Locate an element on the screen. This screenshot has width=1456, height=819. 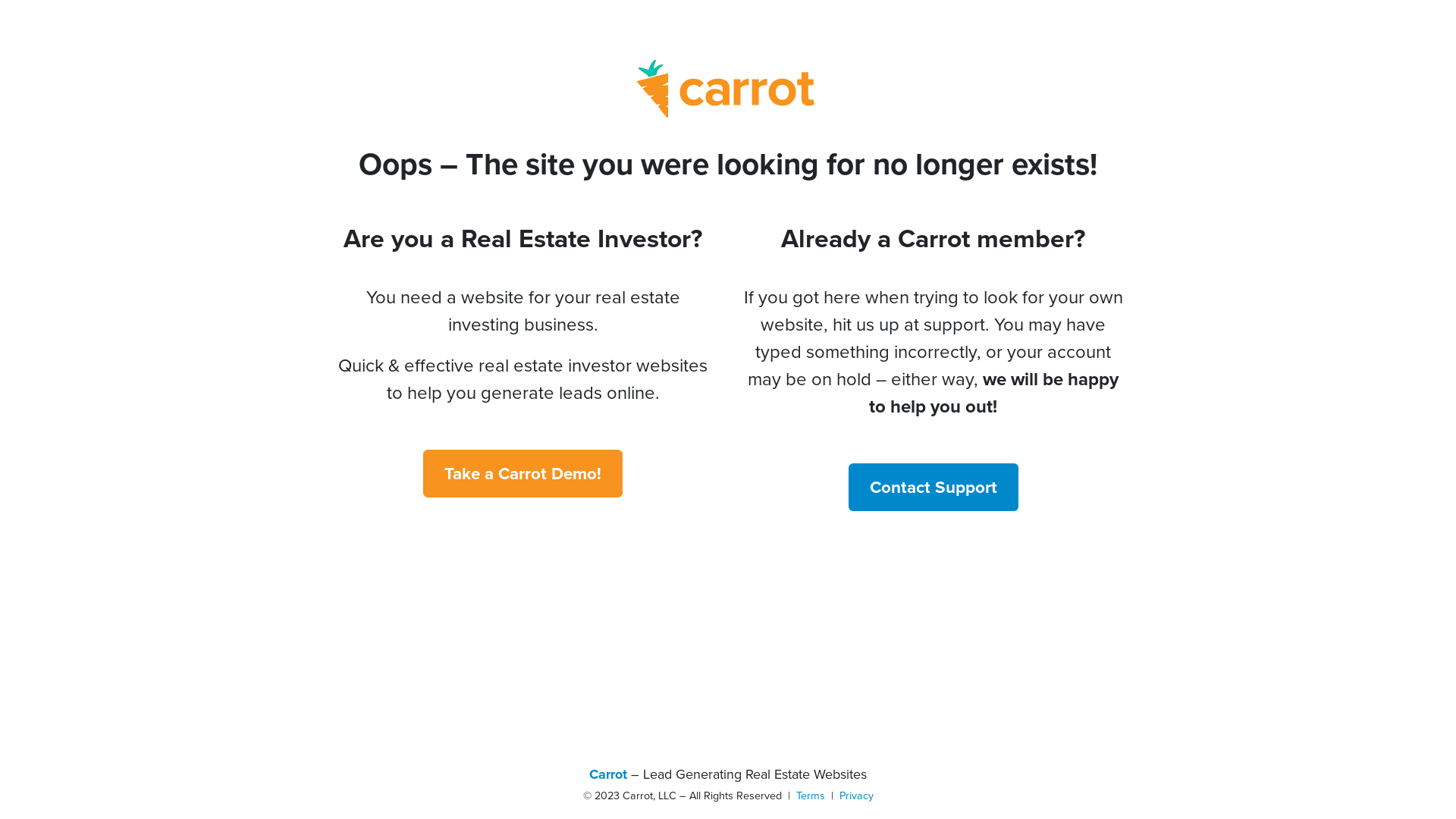
'Take a Carrot Demo!' is located at coordinates (422, 472).